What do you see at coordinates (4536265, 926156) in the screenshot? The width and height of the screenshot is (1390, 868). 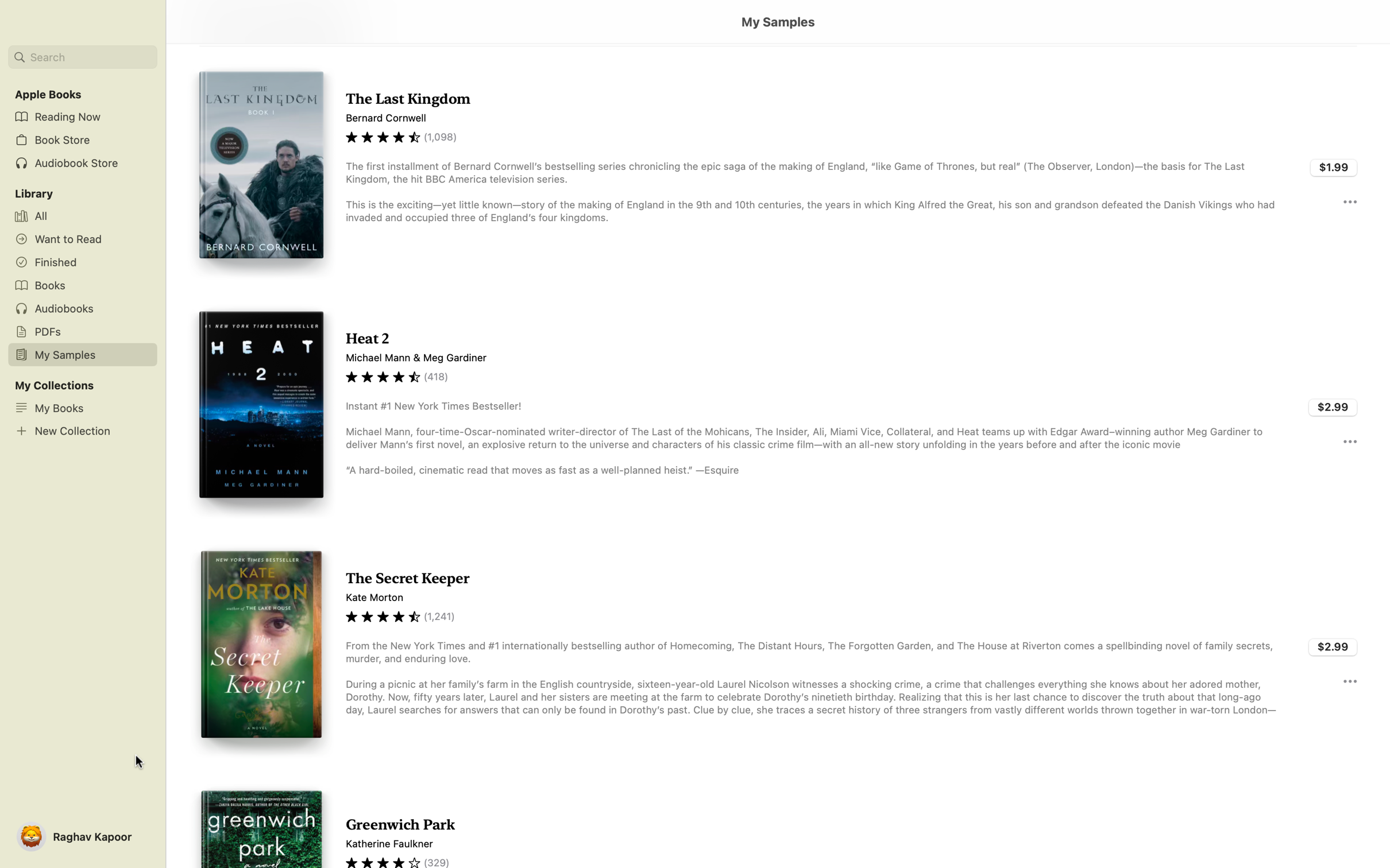 I see `more choices available under "Heat 2` at bounding box center [4536265, 926156].